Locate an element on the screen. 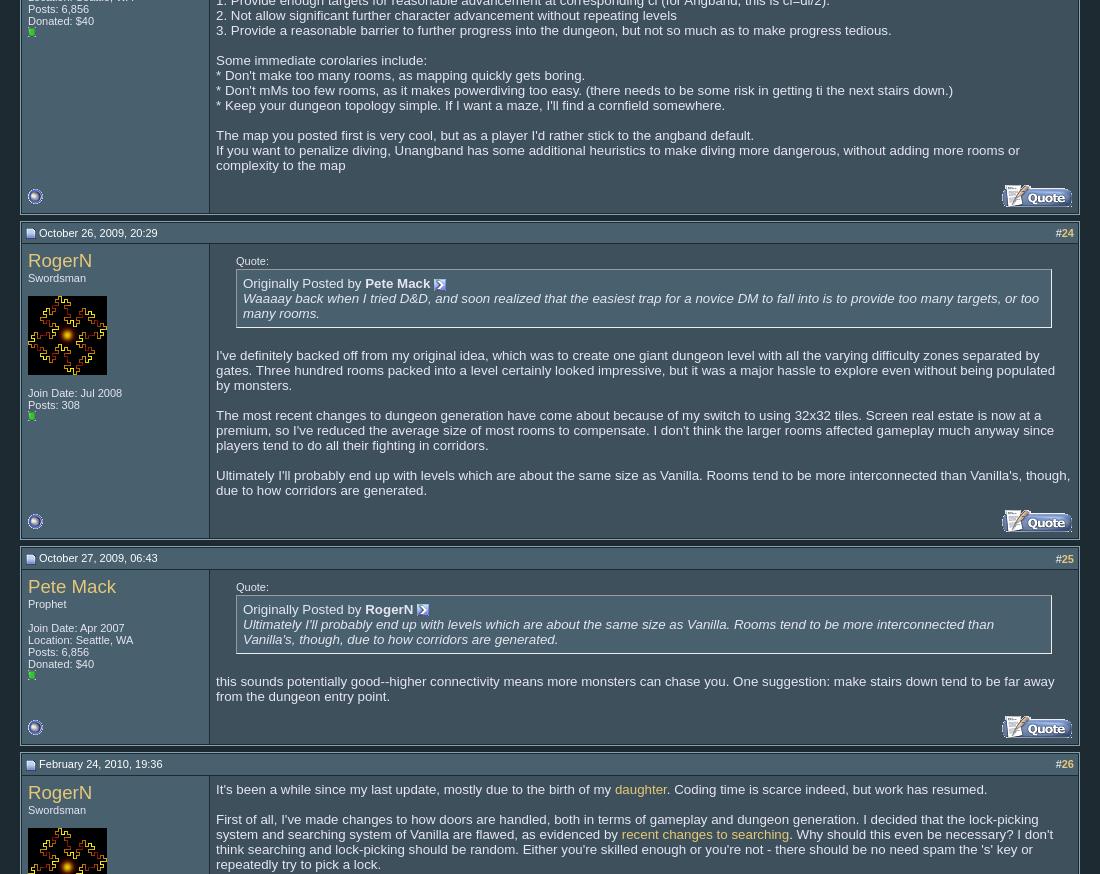  'Prophet' is located at coordinates (27, 601).